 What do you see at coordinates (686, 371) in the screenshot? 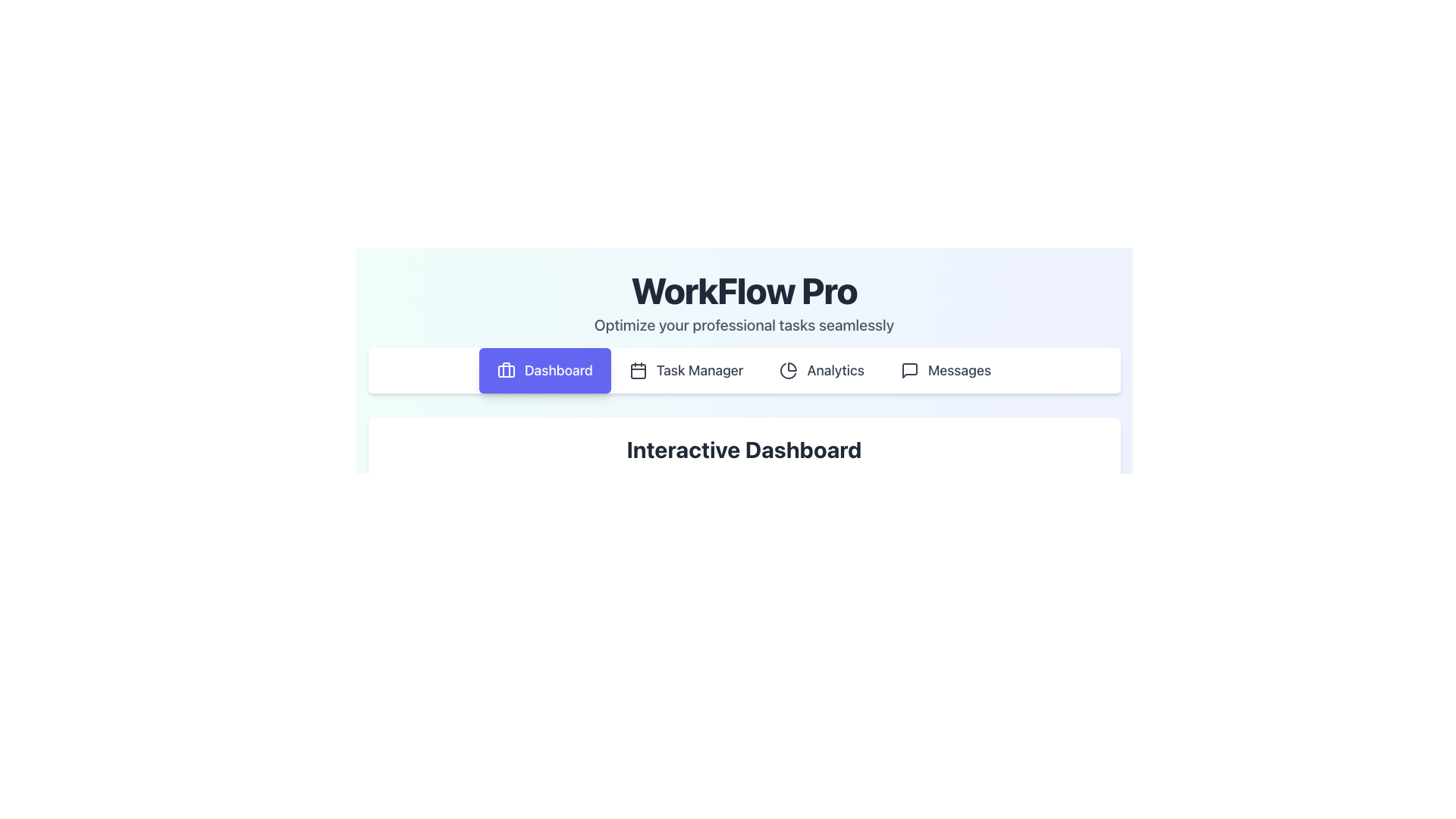
I see `the 'Task Manager' button, which is the second button from the left in a horizontal navigation bar, positioned between the 'Dashboard' button and the 'Analytics' button` at bounding box center [686, 371].